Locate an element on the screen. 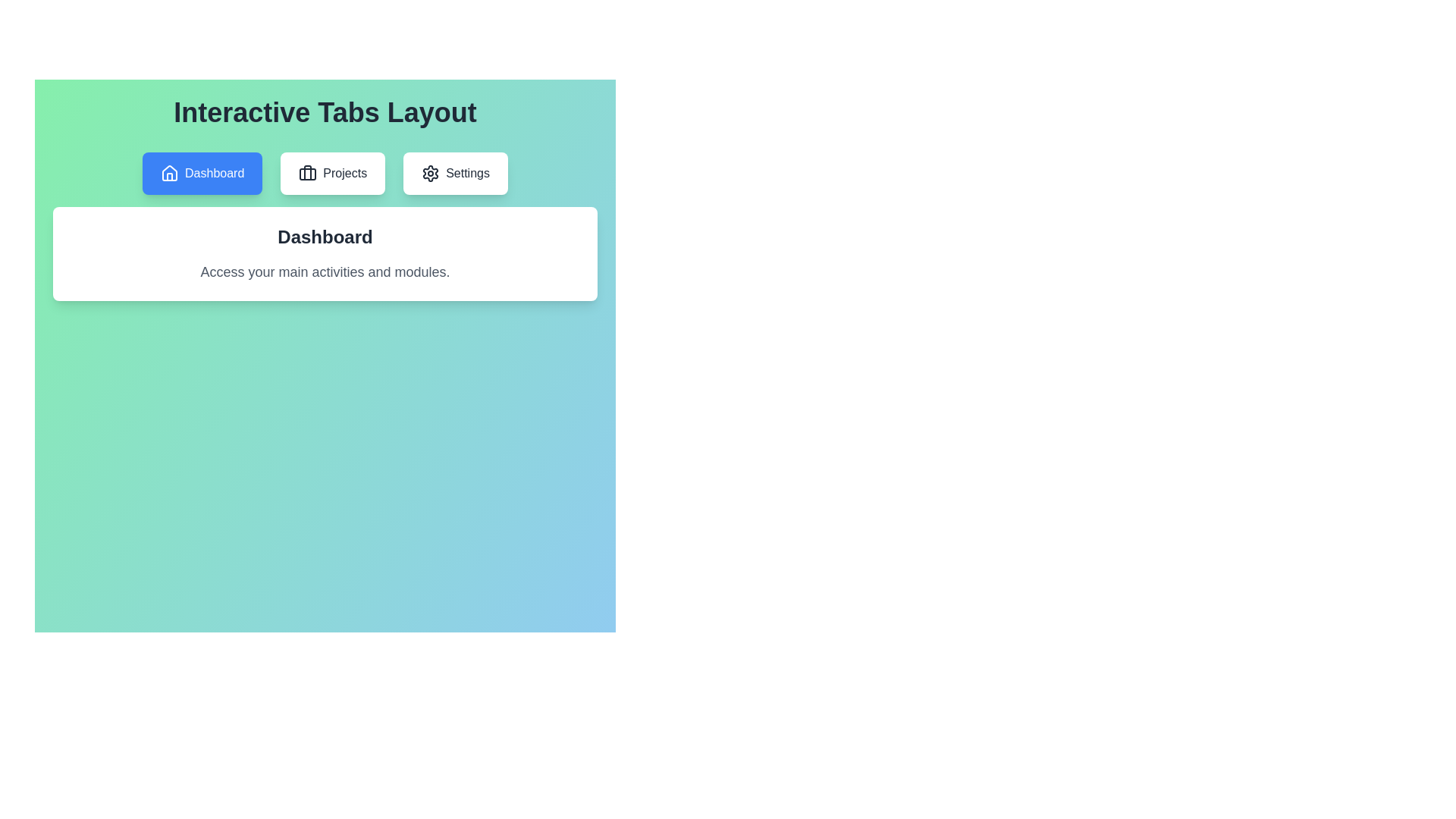 The width and height of the screenshot is (1456, 819). the tab labeled Dashboard to observe its hover effect is located at coordinates (202, 172).